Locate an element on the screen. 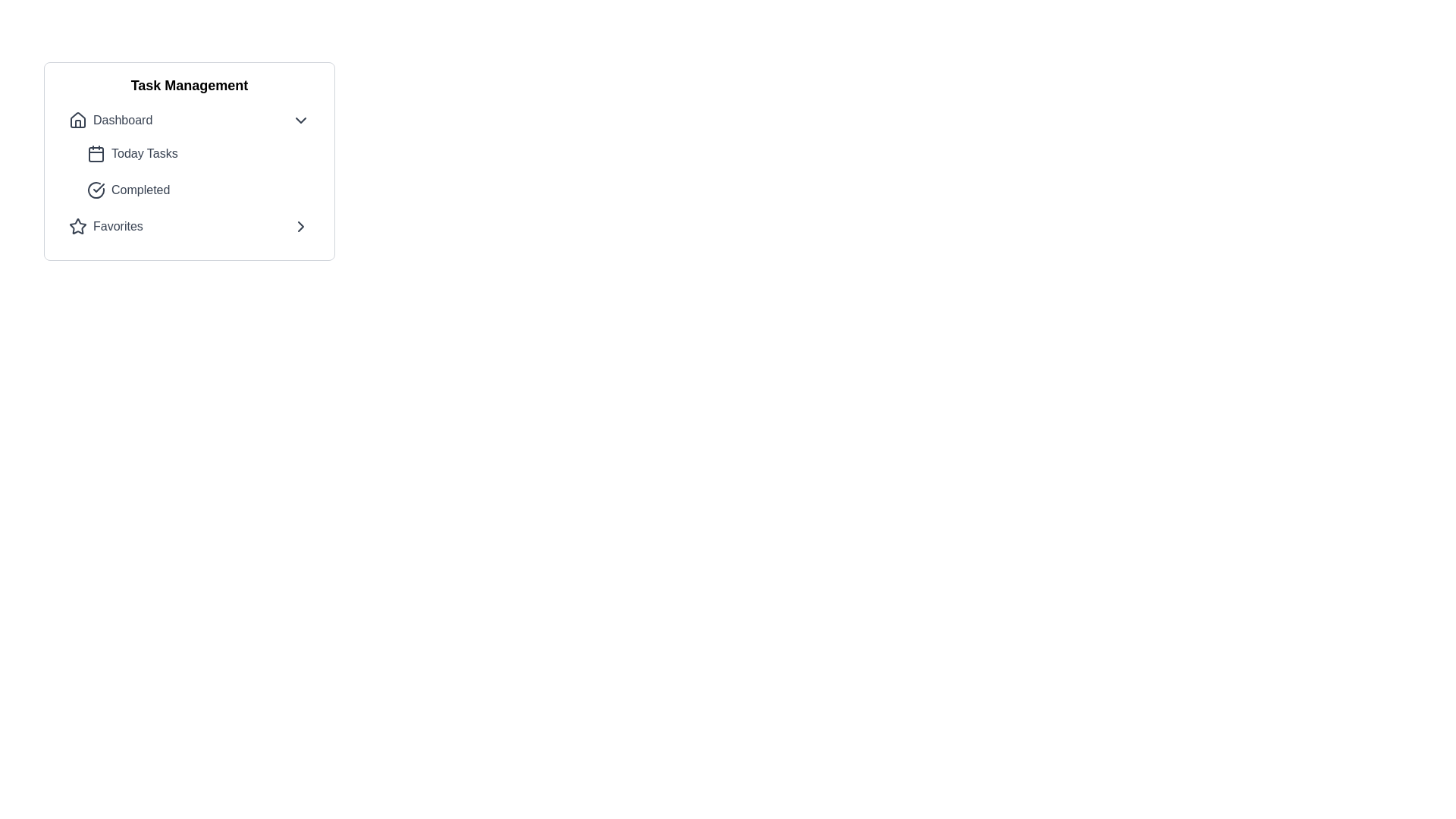  the star icon is located at coordinates (77, 227).